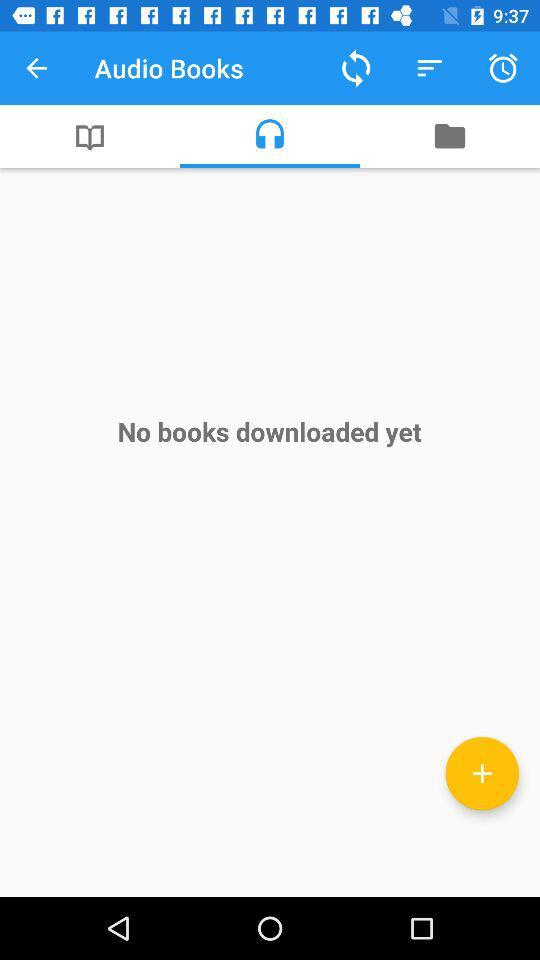 The height and width of the screenshot is (960, 540). What do you see at coordinates (36, 68) in the screenshot?
I see `icon to the left of the audio books item` at bounding box center [36, 68].